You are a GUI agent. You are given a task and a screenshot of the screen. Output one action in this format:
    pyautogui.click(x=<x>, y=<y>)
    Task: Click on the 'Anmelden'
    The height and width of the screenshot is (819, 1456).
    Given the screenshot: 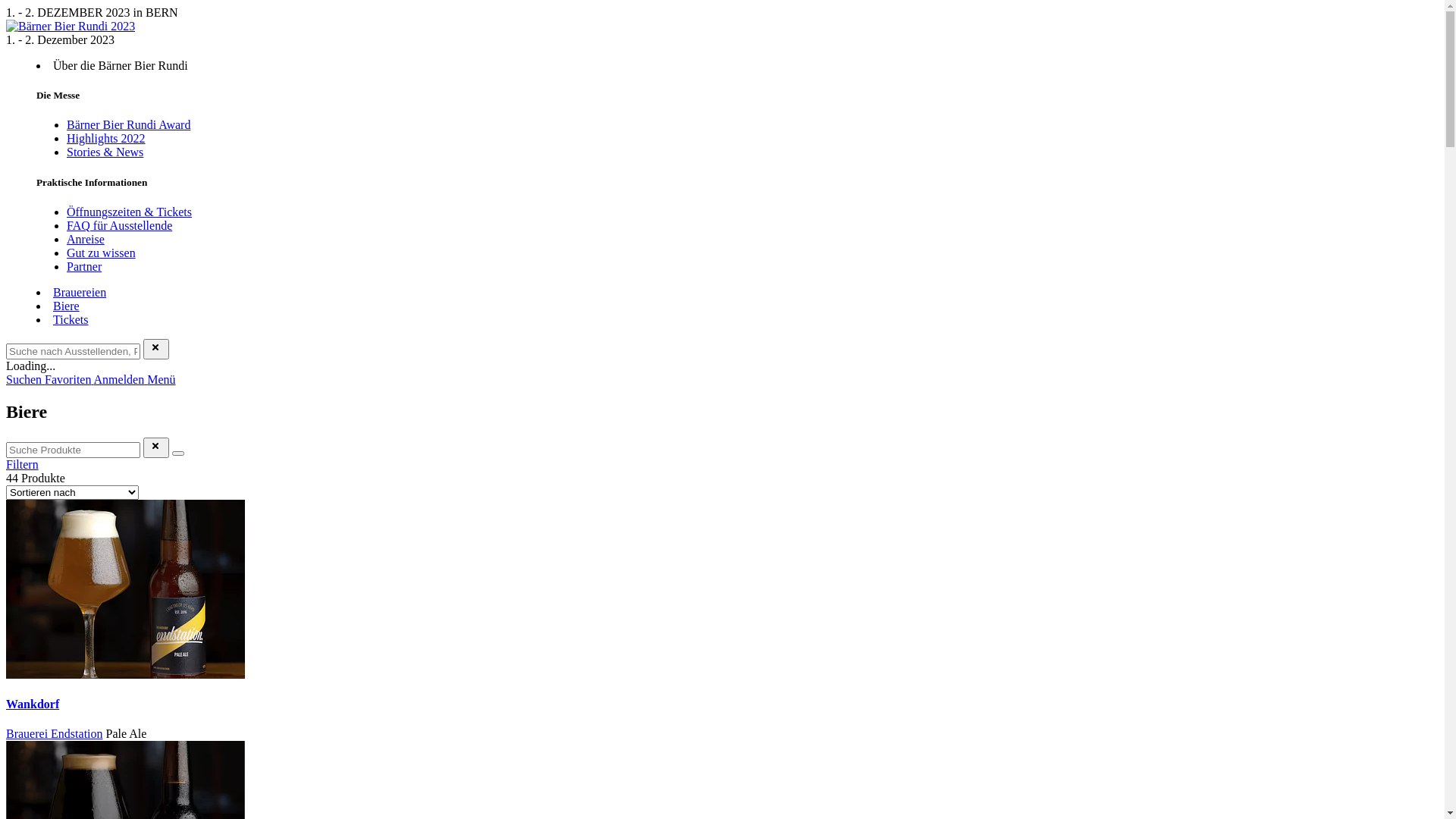 What is the action you would take?
    pyautogui.click(x=120, y=378)
    